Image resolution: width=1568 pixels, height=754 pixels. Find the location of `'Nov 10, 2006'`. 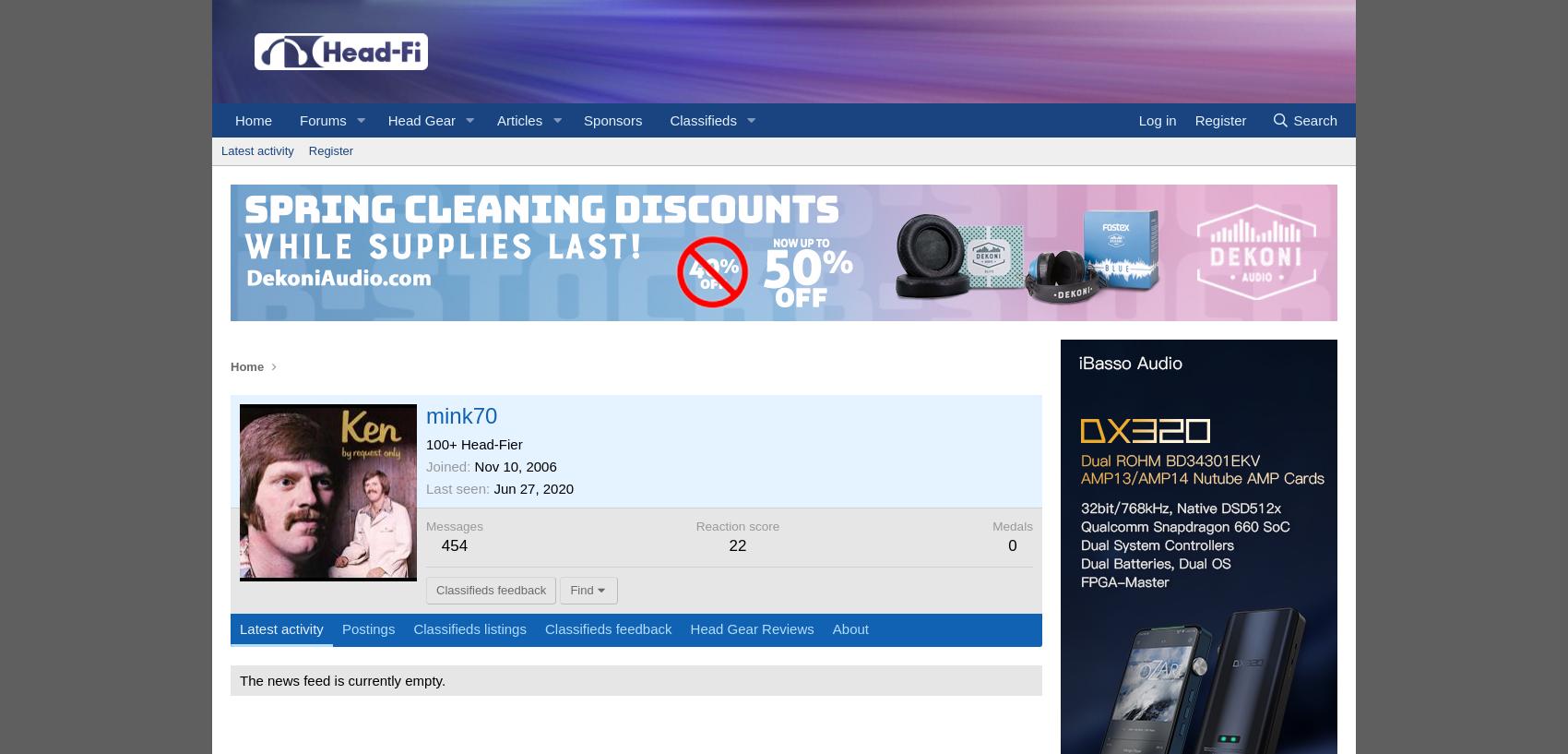

'Nov 10, 2006' is located at coordinates (514, 464).